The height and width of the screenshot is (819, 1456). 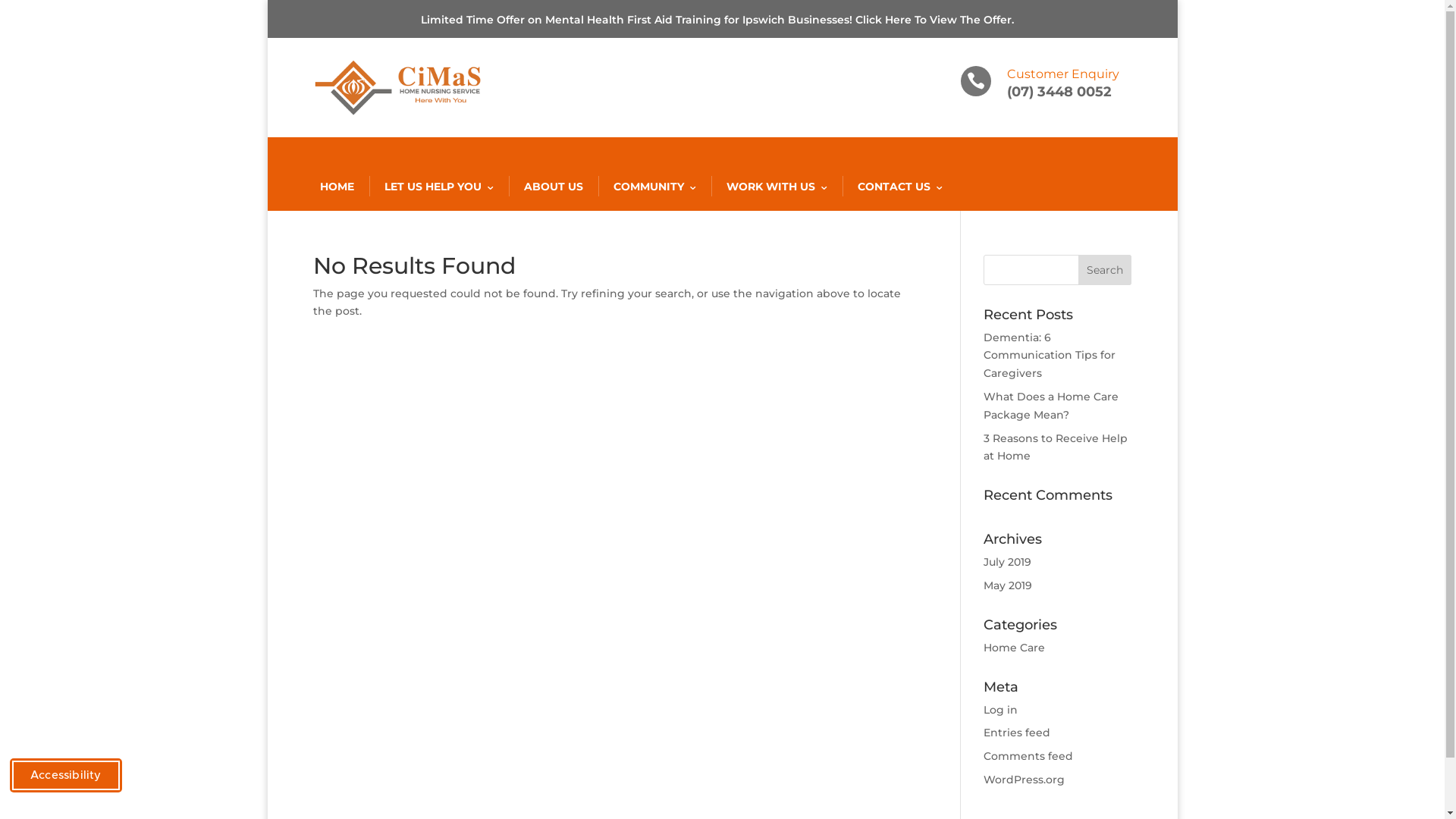 I want to click on 'Home Care', so click(x=983, y=647).